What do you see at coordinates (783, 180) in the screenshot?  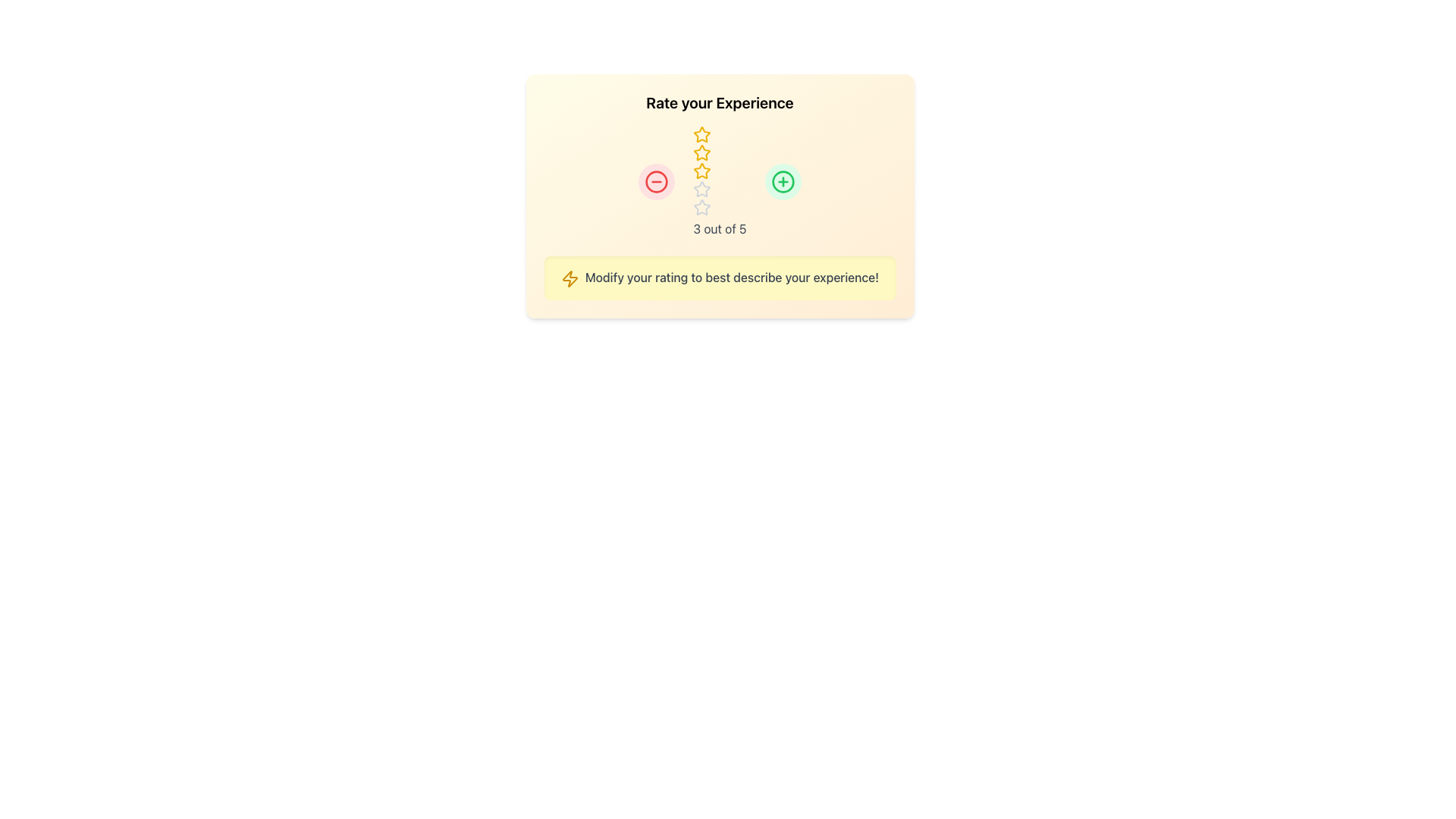 I see `the green circular icon located to the right of the star ratings` at bounding box center [783, 180].